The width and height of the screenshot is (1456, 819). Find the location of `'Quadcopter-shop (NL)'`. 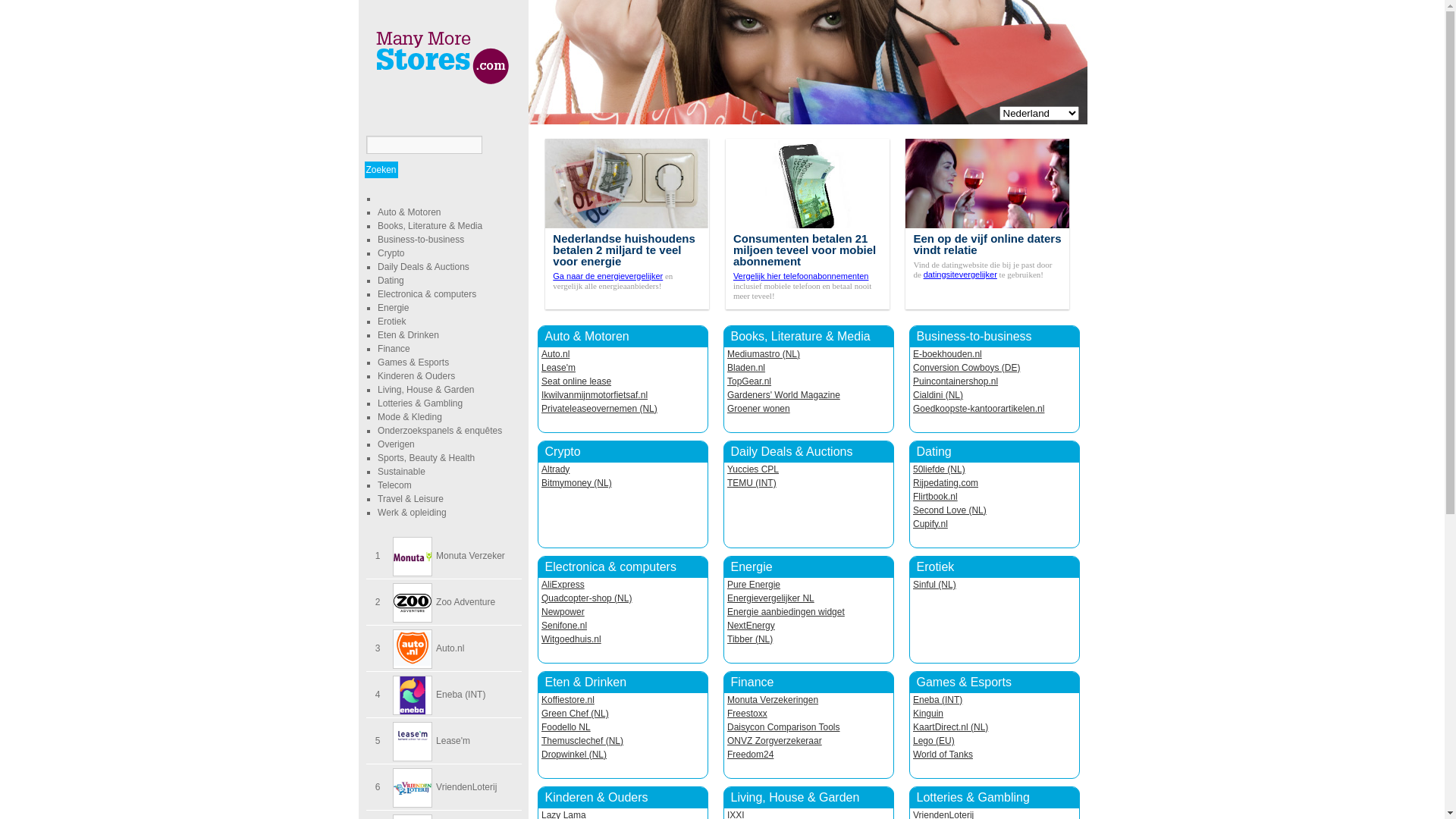

'Quadcopter-shop (NL)' is located at coordinates (585, 598).